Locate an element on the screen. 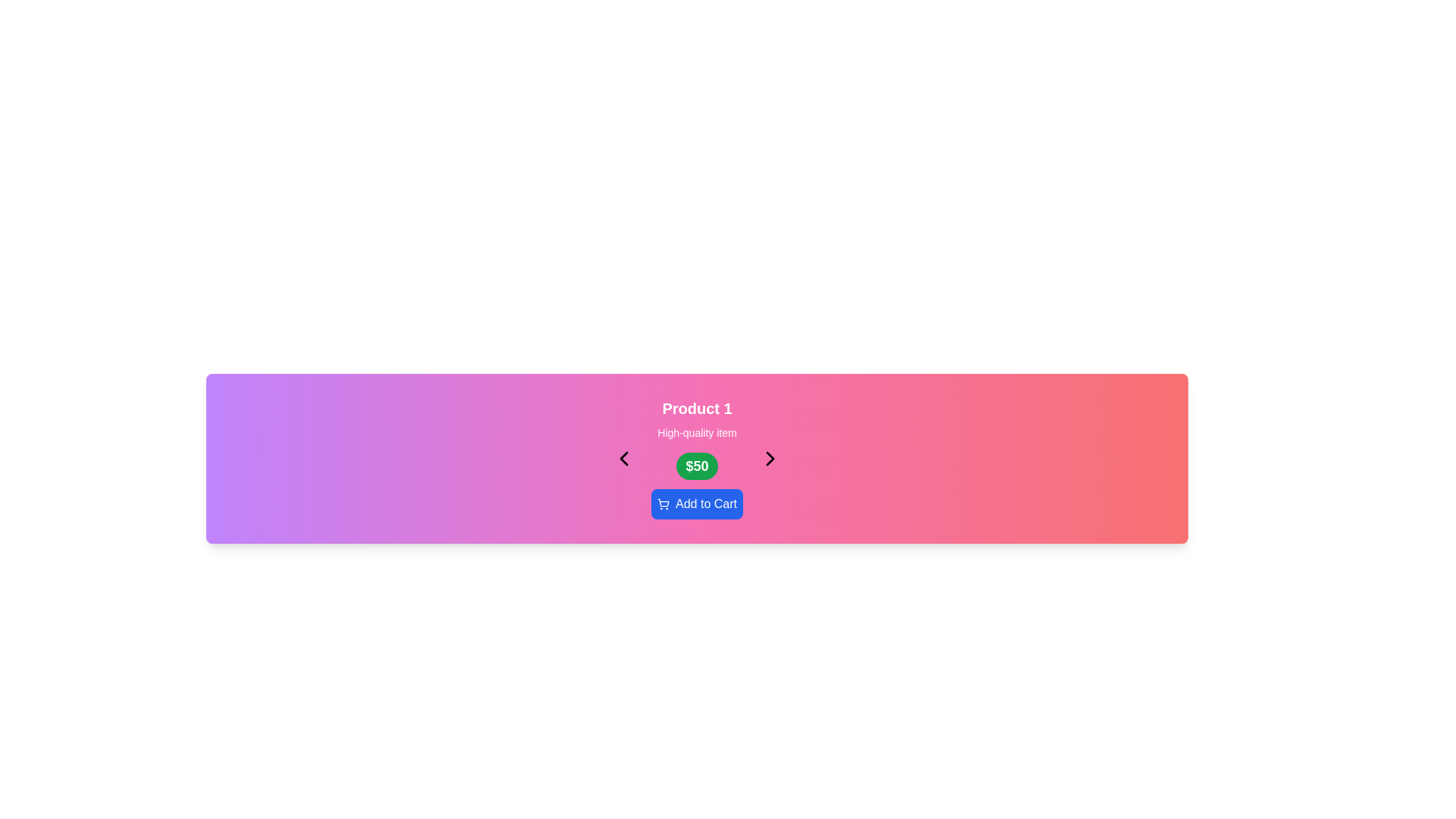 The image size is (1456, 819). the rightward navigation icon button, which features a right-facing chevron design is located at coordinates (770, 458).